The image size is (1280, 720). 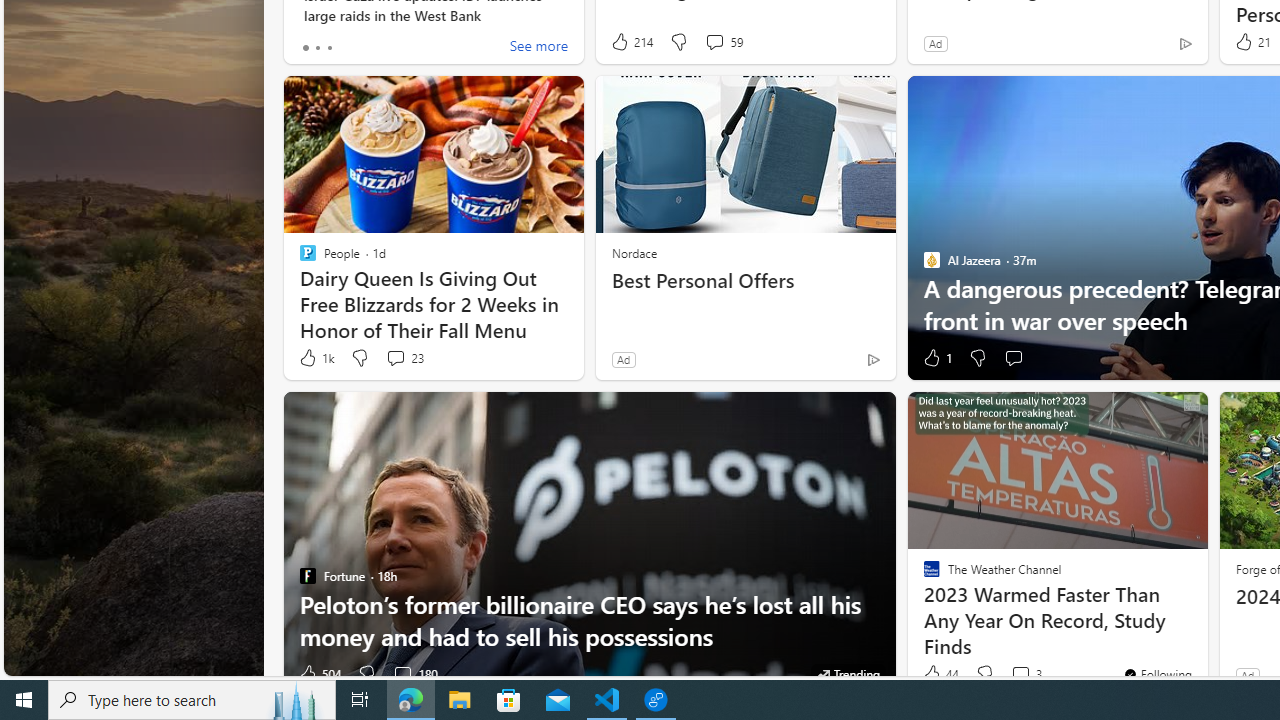 What do you see at coordinates (1157, 673) in the screenshot?
I see `'You'` at bounding box center [1157, 673].